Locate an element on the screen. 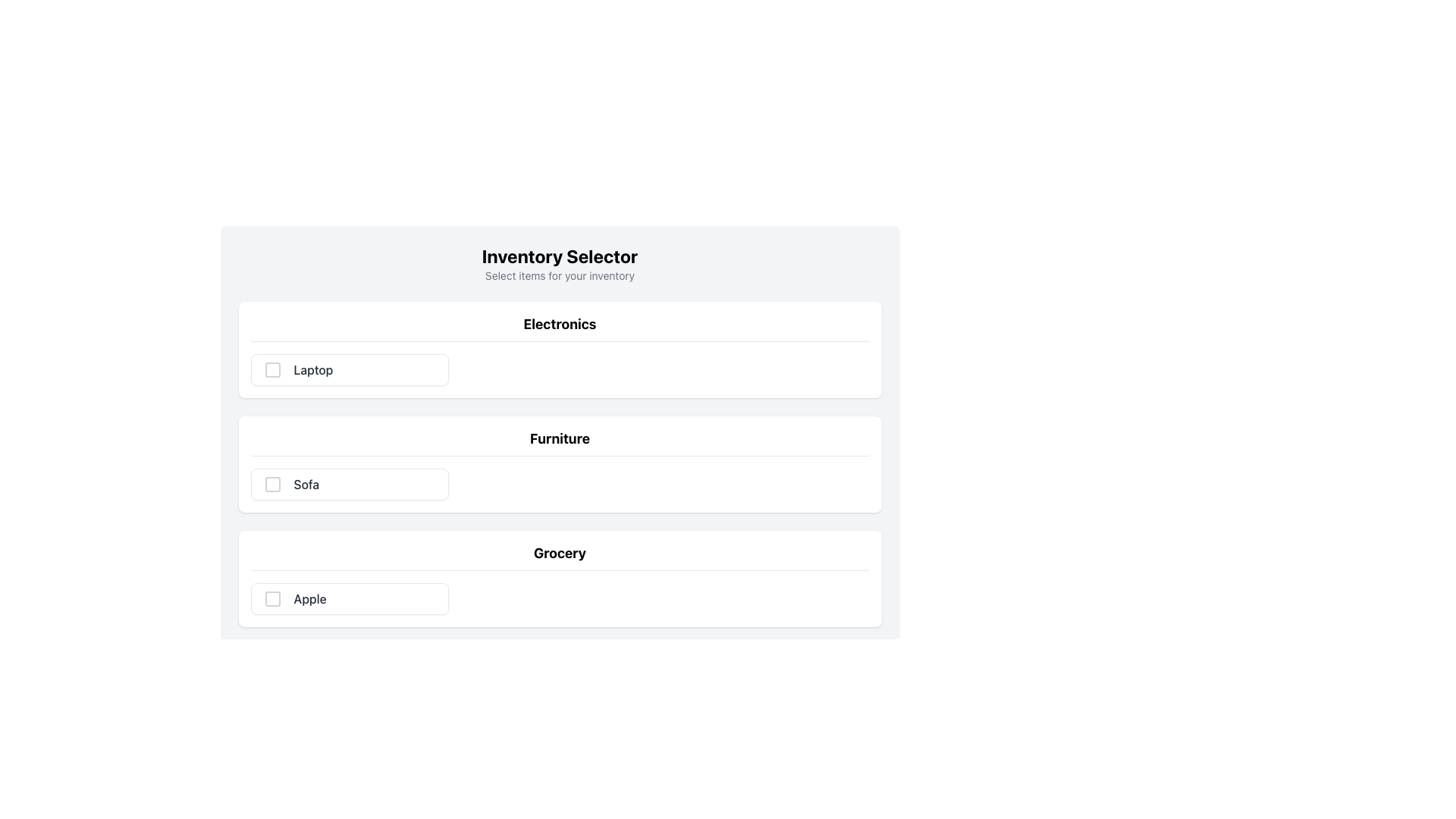  the 'Furniture' category label, which visually separates and signifies this section within the list, located below 'Electronics' and above 'Grocery' is located at coordinates (559, 442).